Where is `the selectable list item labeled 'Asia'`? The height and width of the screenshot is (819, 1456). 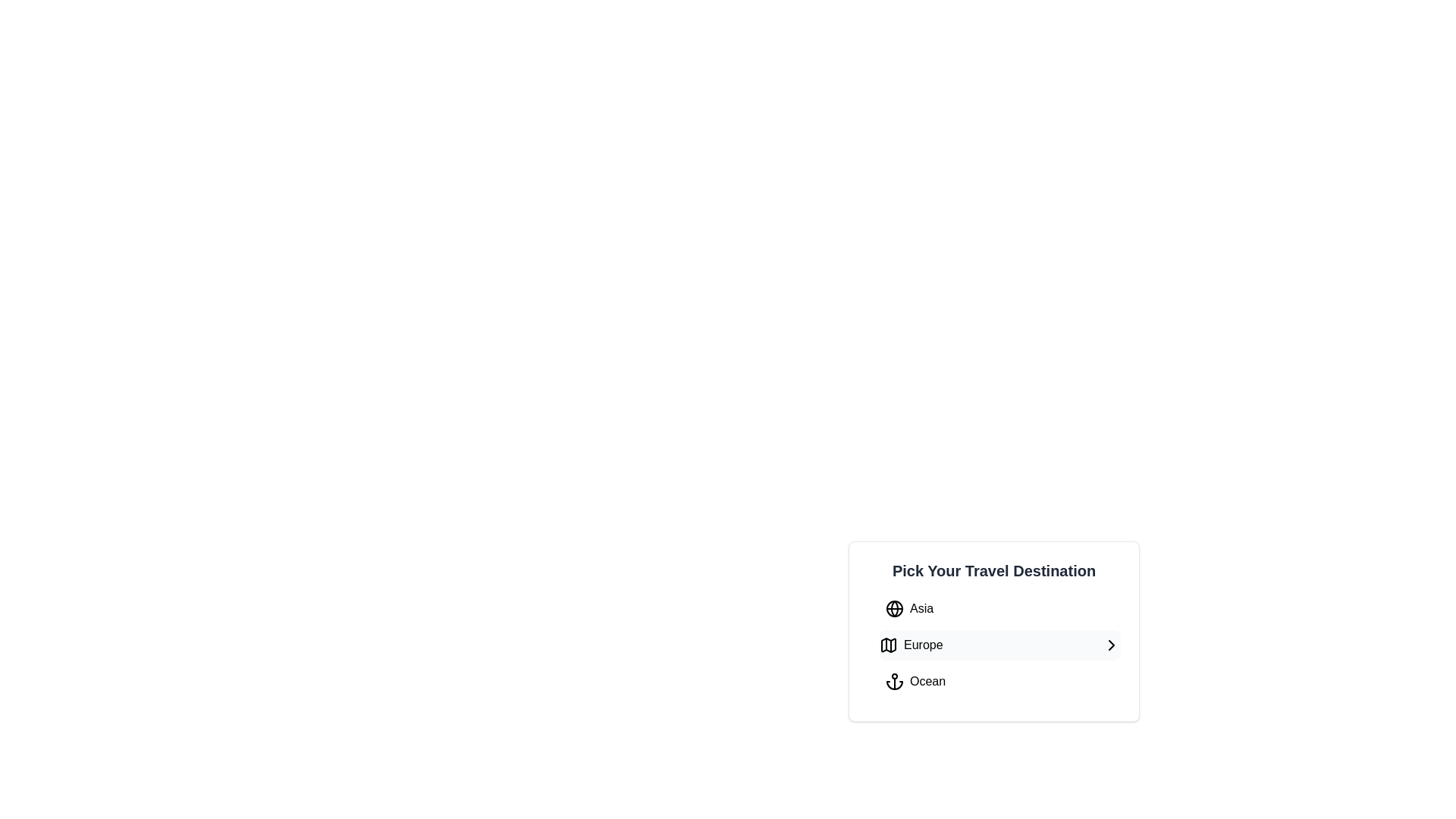
the selectable list item labeled 'Asia' is located at coordinates (1000, 607).